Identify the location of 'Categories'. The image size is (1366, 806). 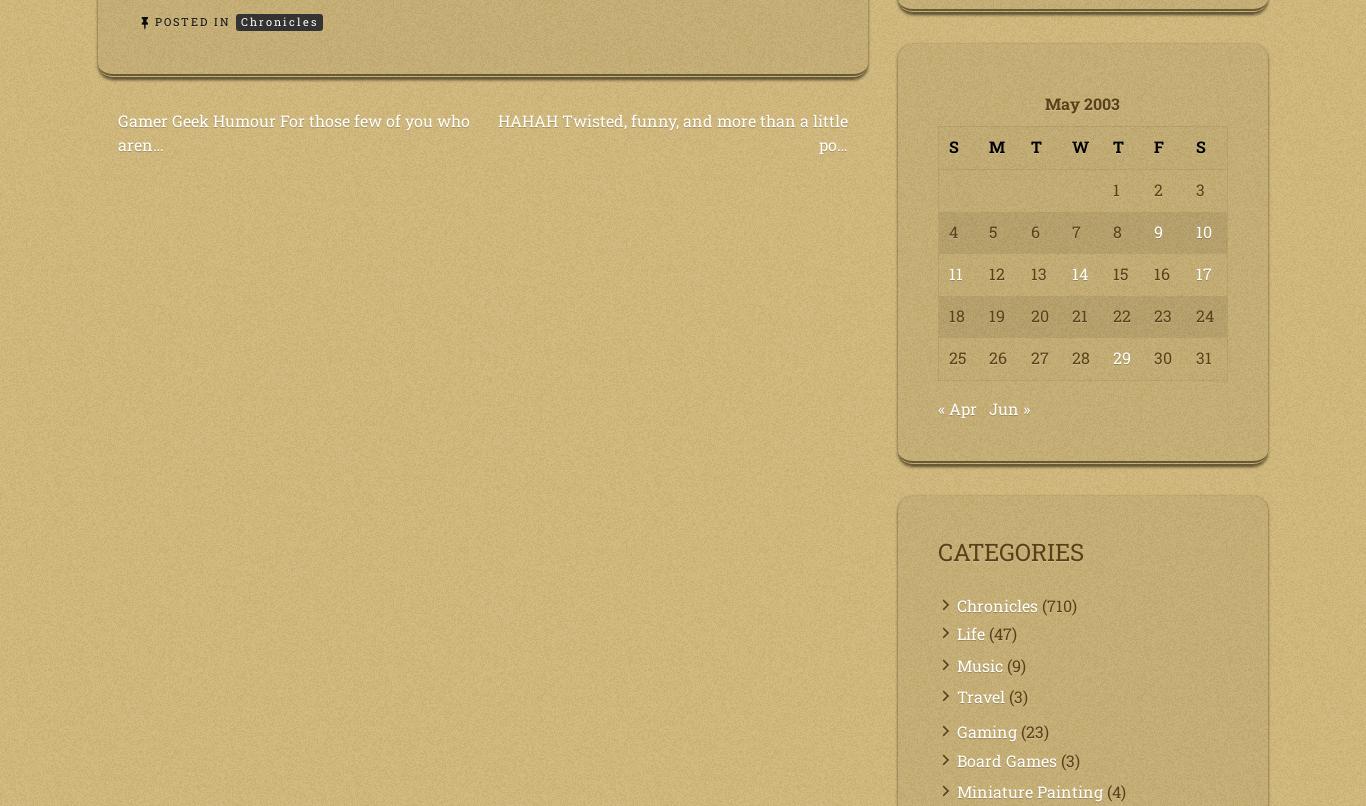
(1010, 550).